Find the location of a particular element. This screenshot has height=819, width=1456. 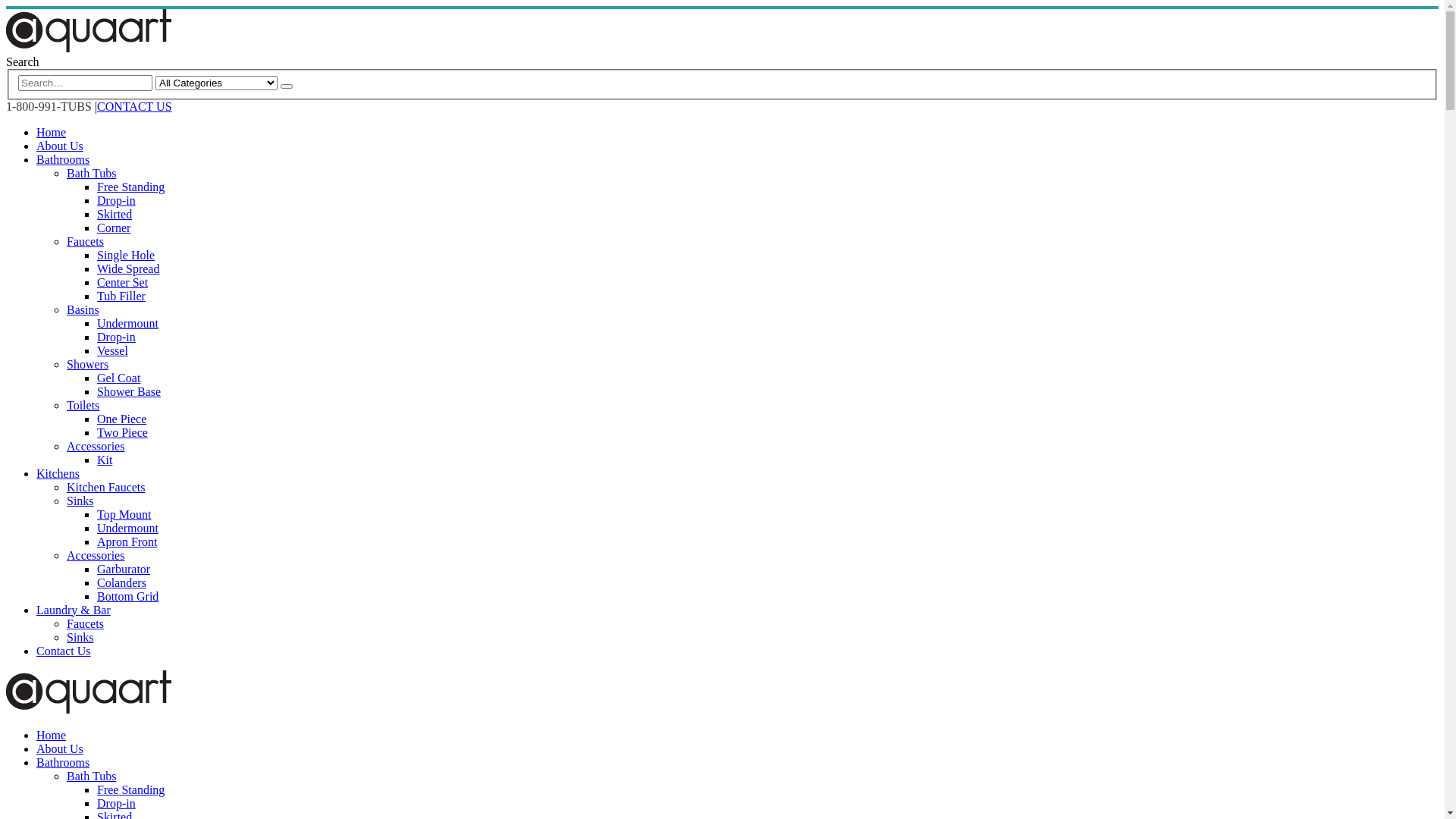

'Free Standing' is located at coordinates (130, 789).